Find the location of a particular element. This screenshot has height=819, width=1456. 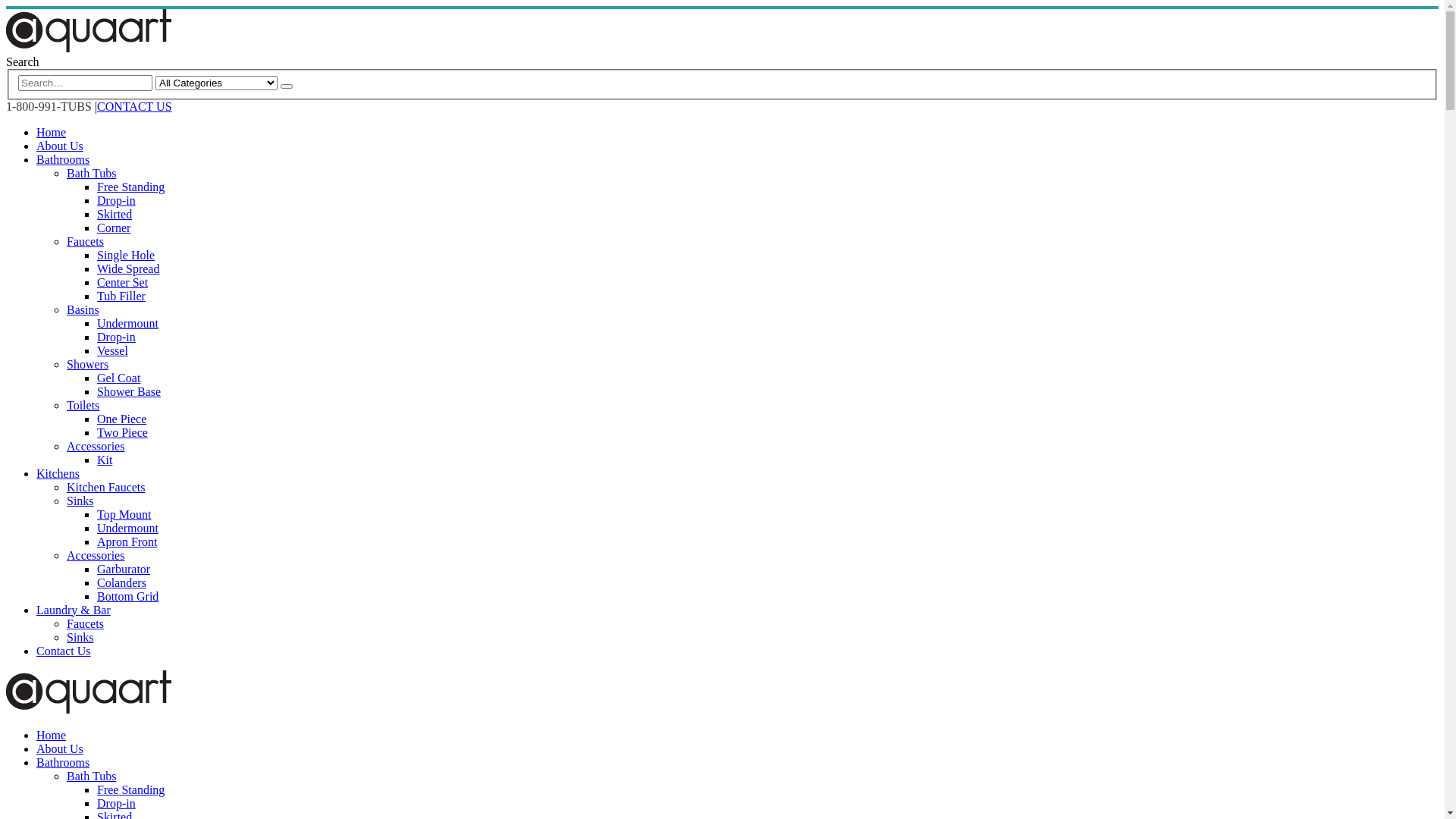

'Free Standing' is located at coordinates (130, 789).